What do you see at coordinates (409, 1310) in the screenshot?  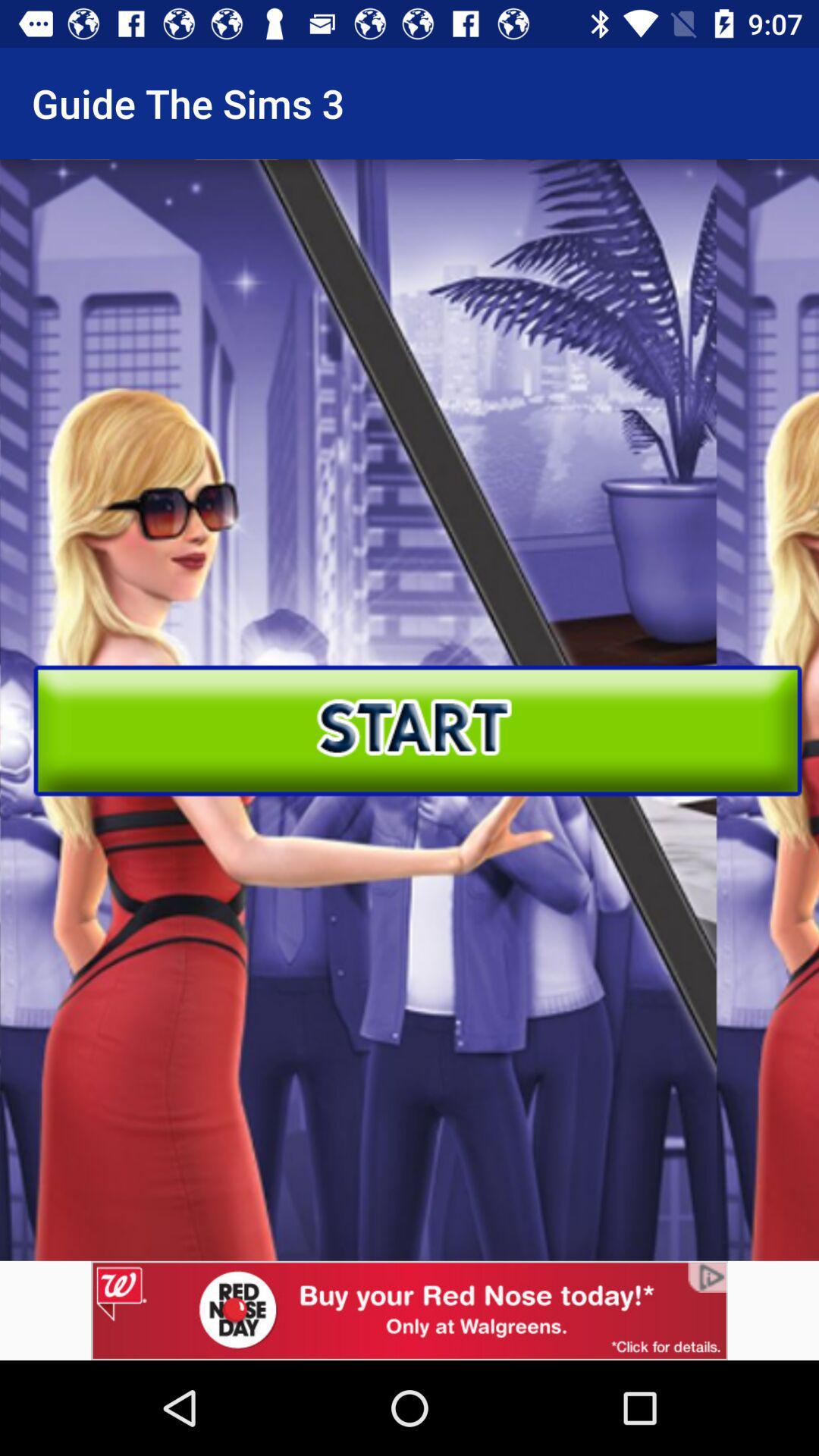 I see `advertisement page` at bounding box center [409, 1310].